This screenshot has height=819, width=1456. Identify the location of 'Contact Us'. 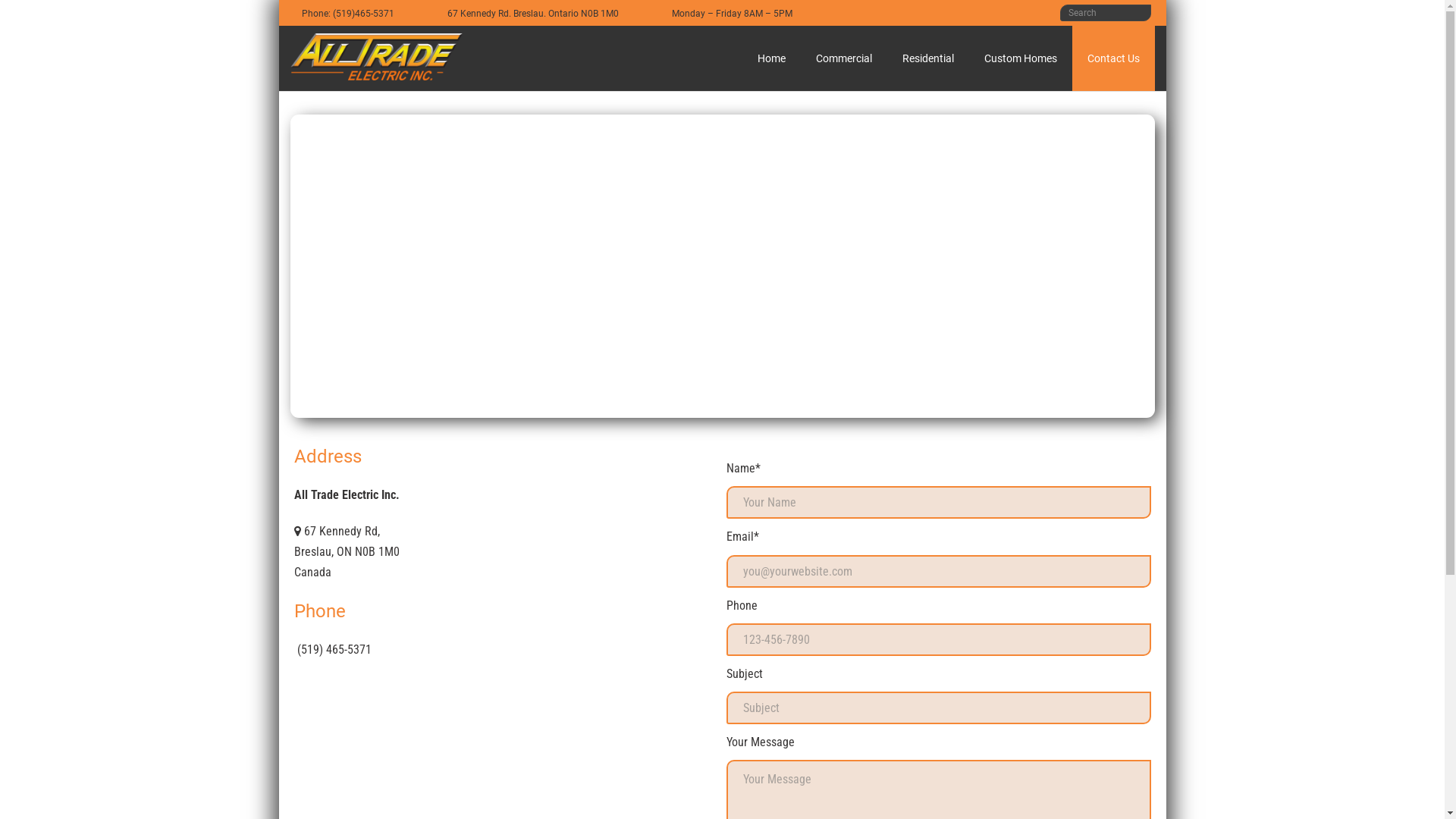
(1113, 58).